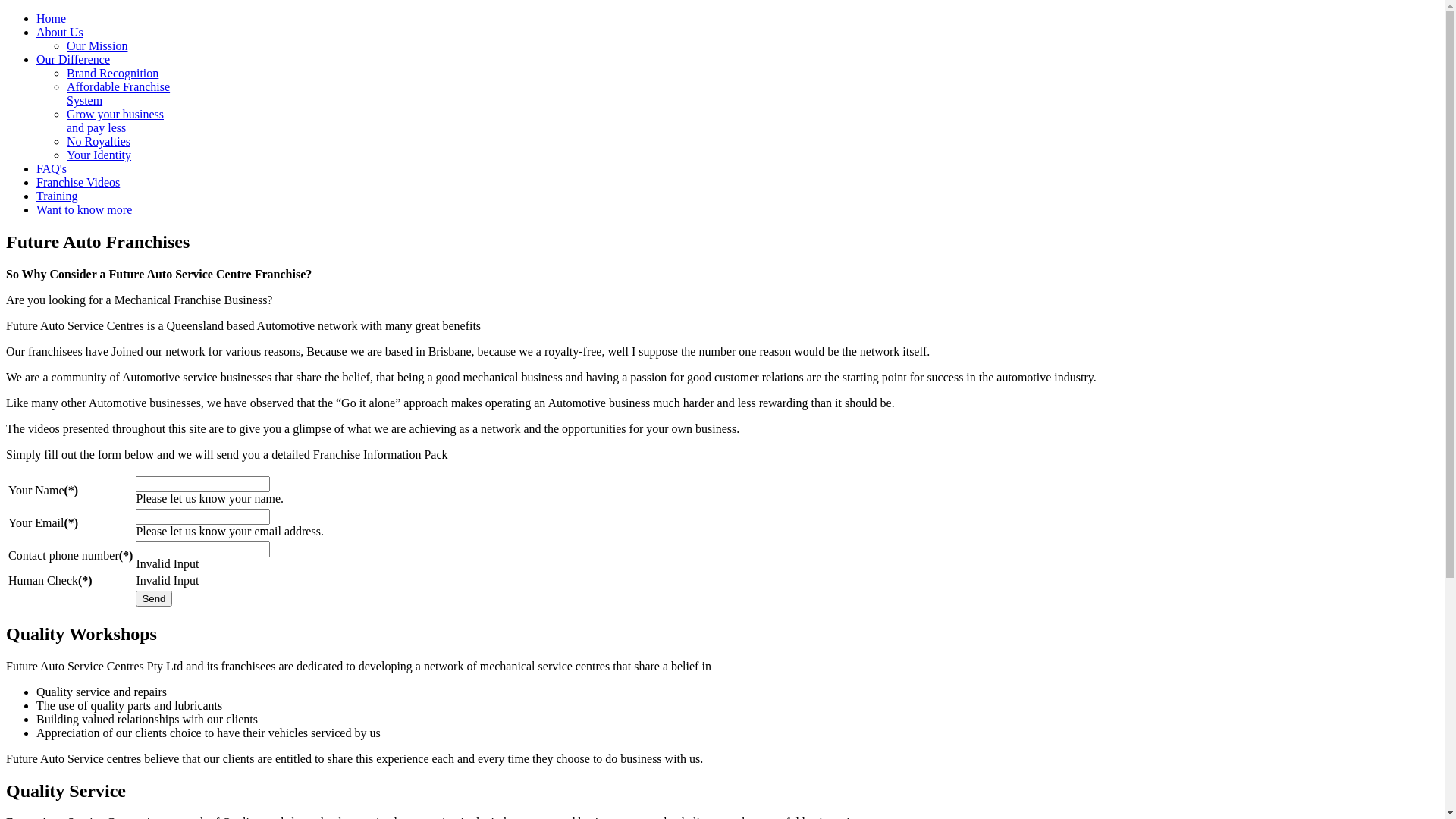 The height and width of the screenshot is (819, 1456). Describe the element at coordinates (51, 18) in the screenshot. I see `'Home'` at that location.